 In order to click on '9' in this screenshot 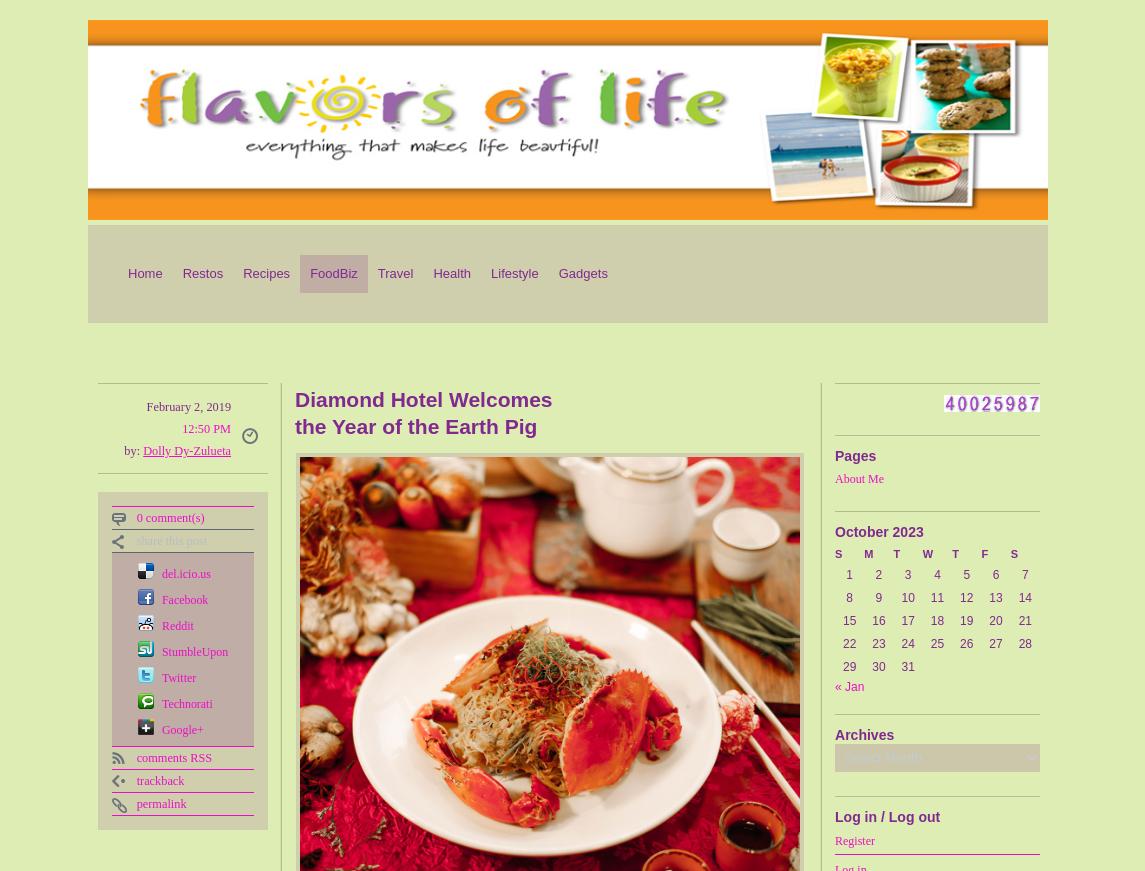, I will do `click(878, 597)`.